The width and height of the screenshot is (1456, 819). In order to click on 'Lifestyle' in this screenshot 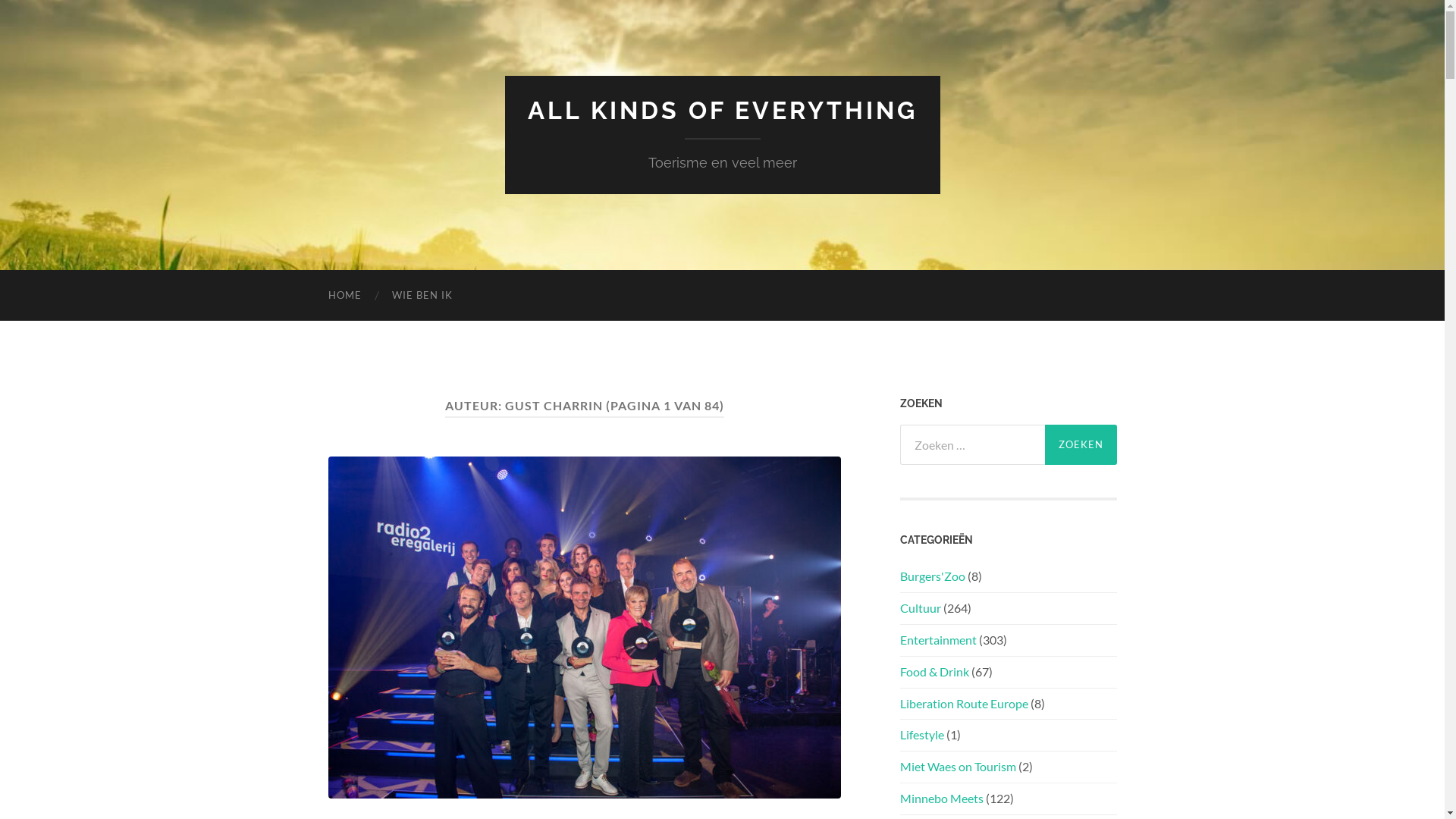, I will do `click(920, 733)`.